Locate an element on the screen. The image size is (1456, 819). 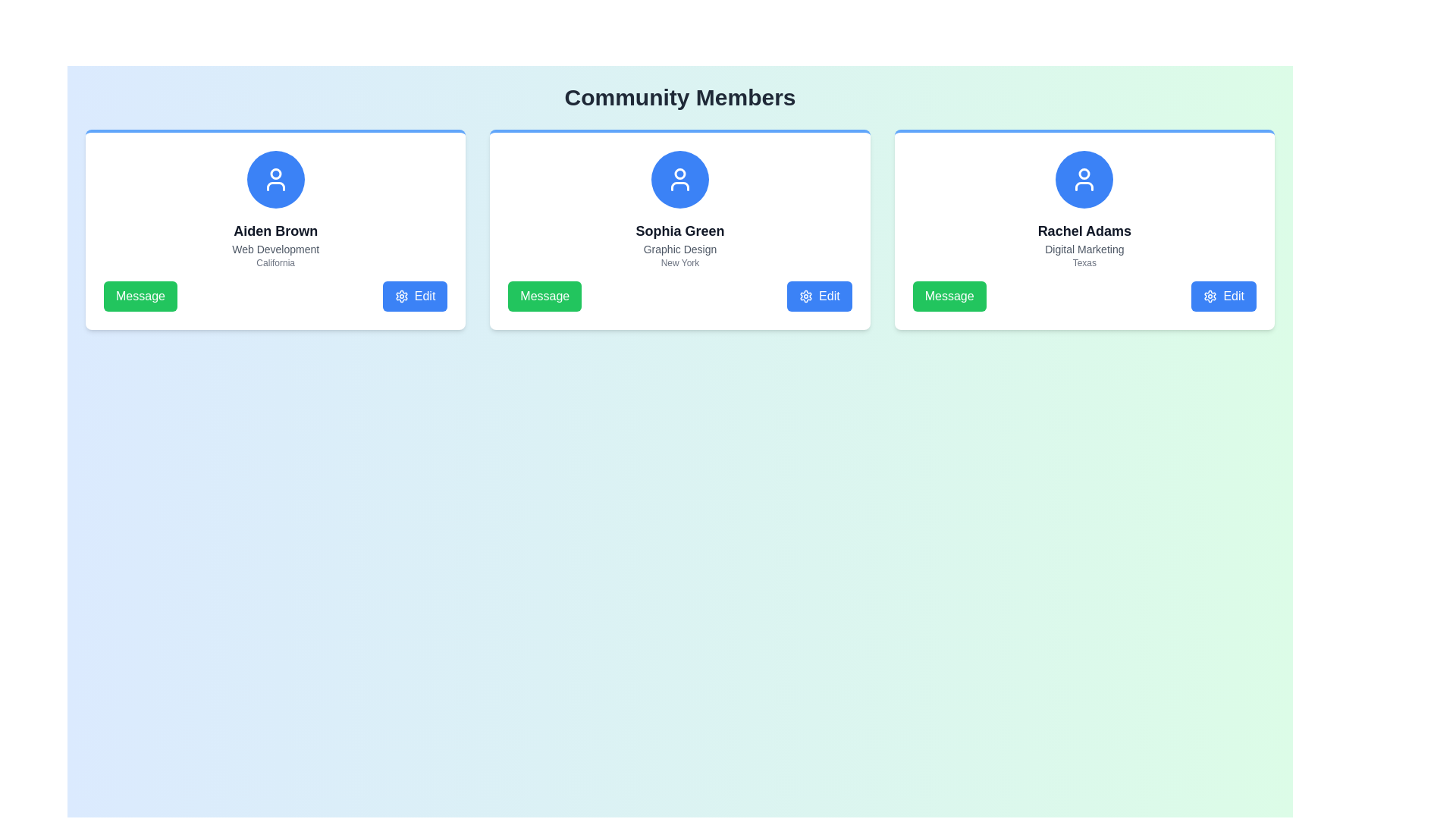
the 'Message' button, which is a vibrant green rectangular button with white text, located in the middle user profile card, positioned below the user profile for 'Sophia Green' is located at coordinates (544, 296).